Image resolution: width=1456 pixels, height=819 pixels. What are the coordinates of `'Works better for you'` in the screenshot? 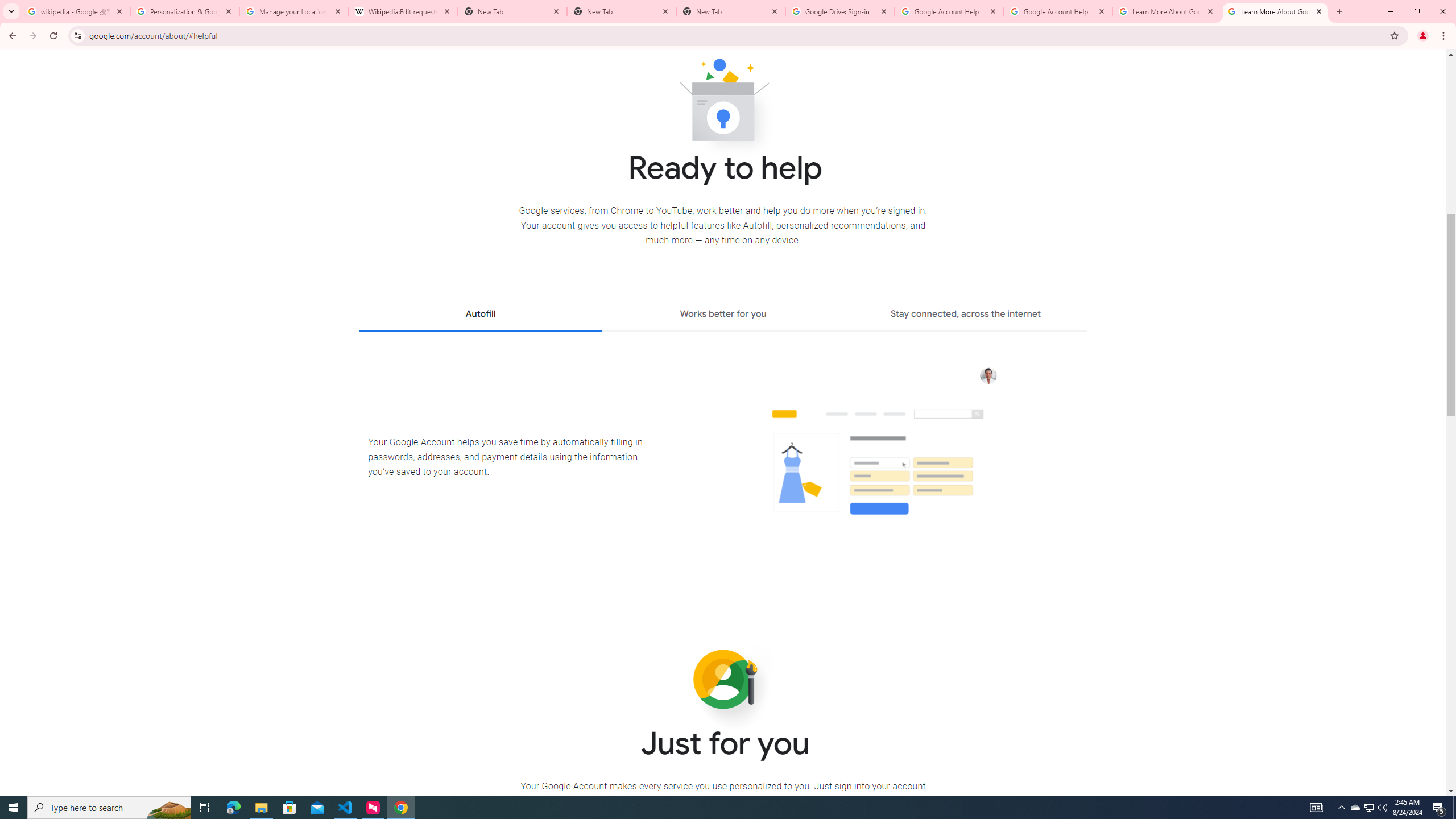 It's located at (723, 315).